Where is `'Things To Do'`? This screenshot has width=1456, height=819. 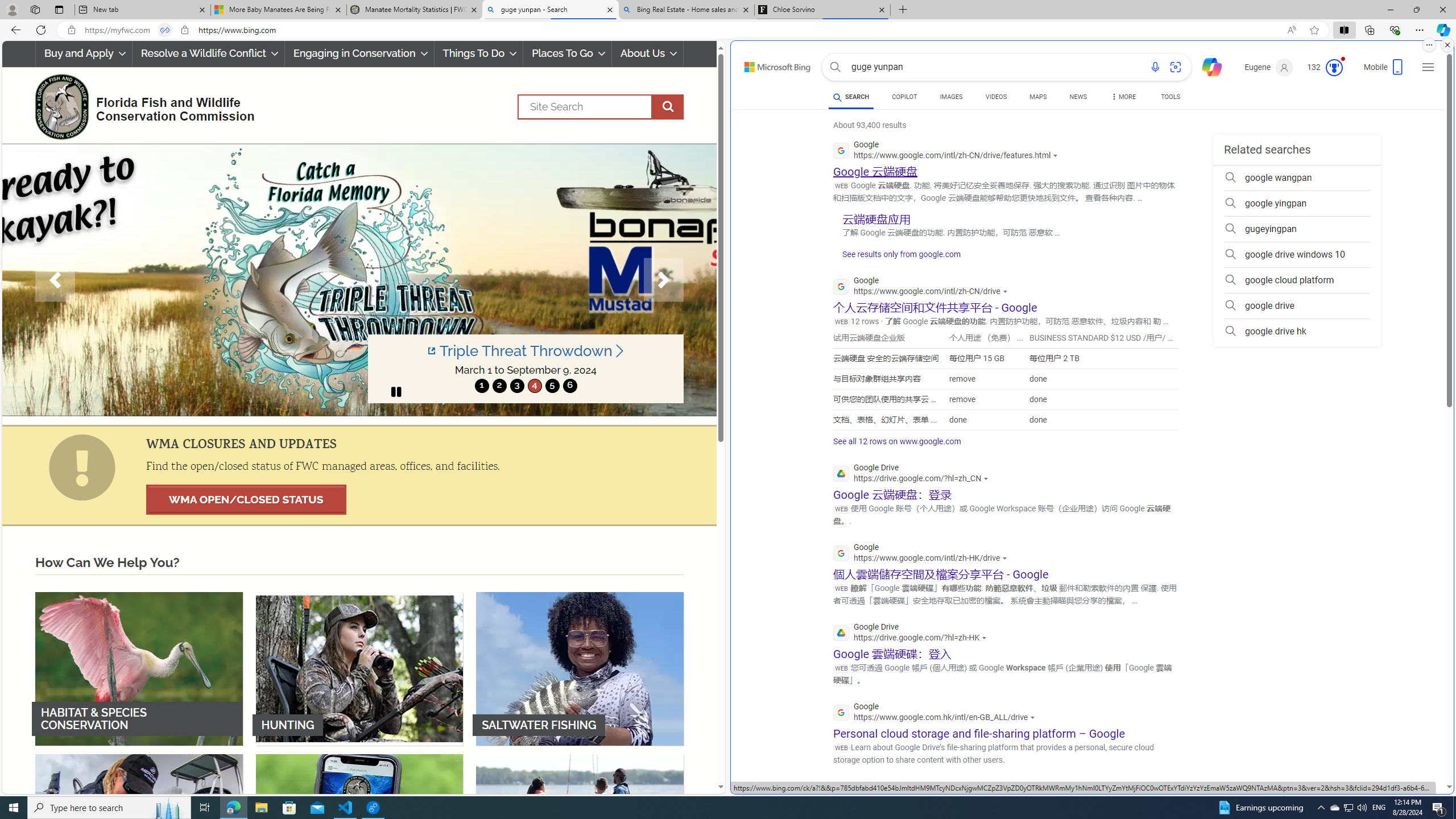 'Things To Do' is located at coordinates (477, 53).